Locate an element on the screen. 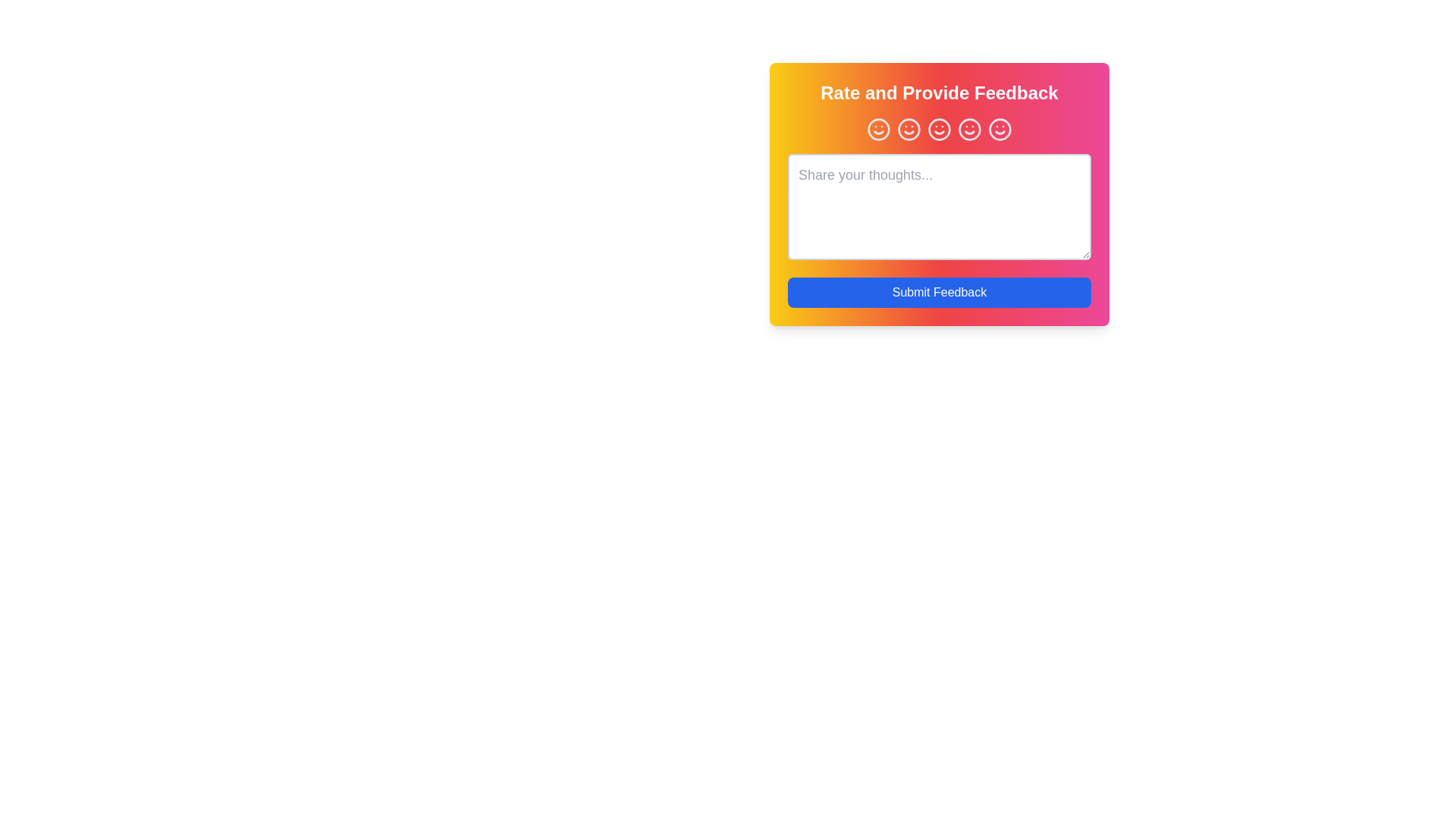  'Submit Feedback' button to submit the feedback is located at coordinates (938, 292).